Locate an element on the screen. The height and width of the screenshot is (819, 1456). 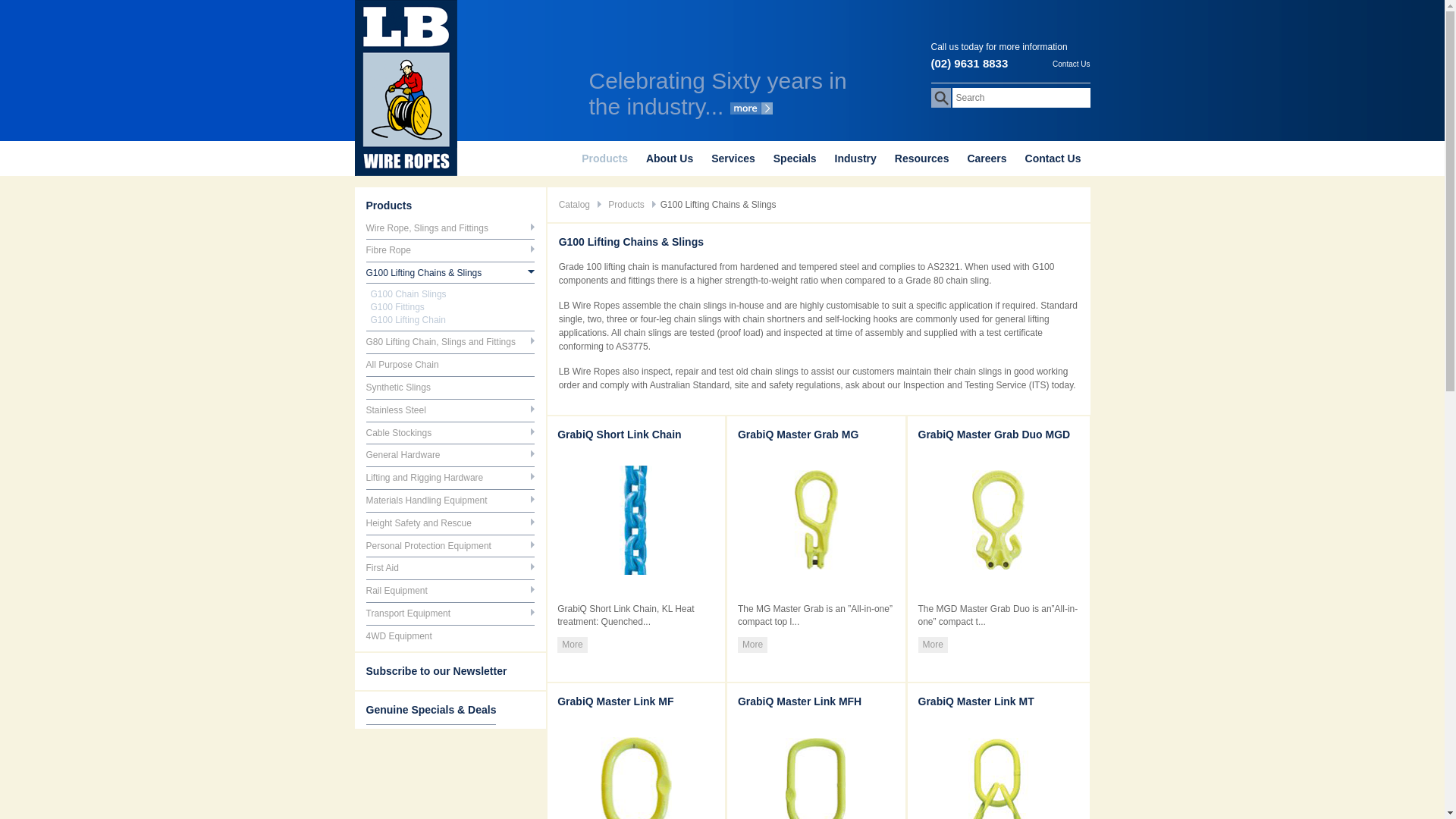
'More' is located at coordinates (571, 645).